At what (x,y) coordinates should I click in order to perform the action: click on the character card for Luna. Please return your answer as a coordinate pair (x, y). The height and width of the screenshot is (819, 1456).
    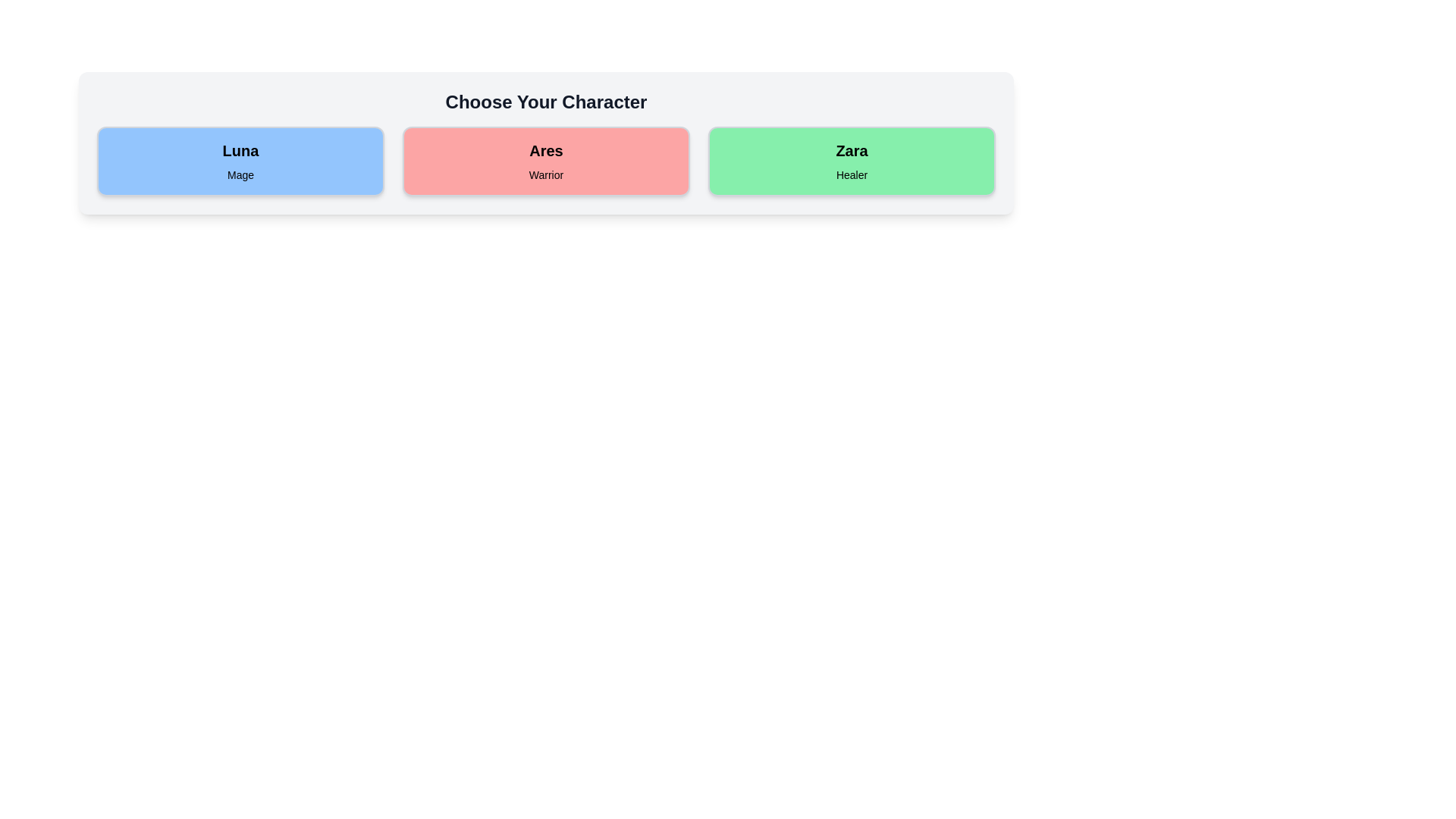
    Looking at the image, I should click on (240, 161).